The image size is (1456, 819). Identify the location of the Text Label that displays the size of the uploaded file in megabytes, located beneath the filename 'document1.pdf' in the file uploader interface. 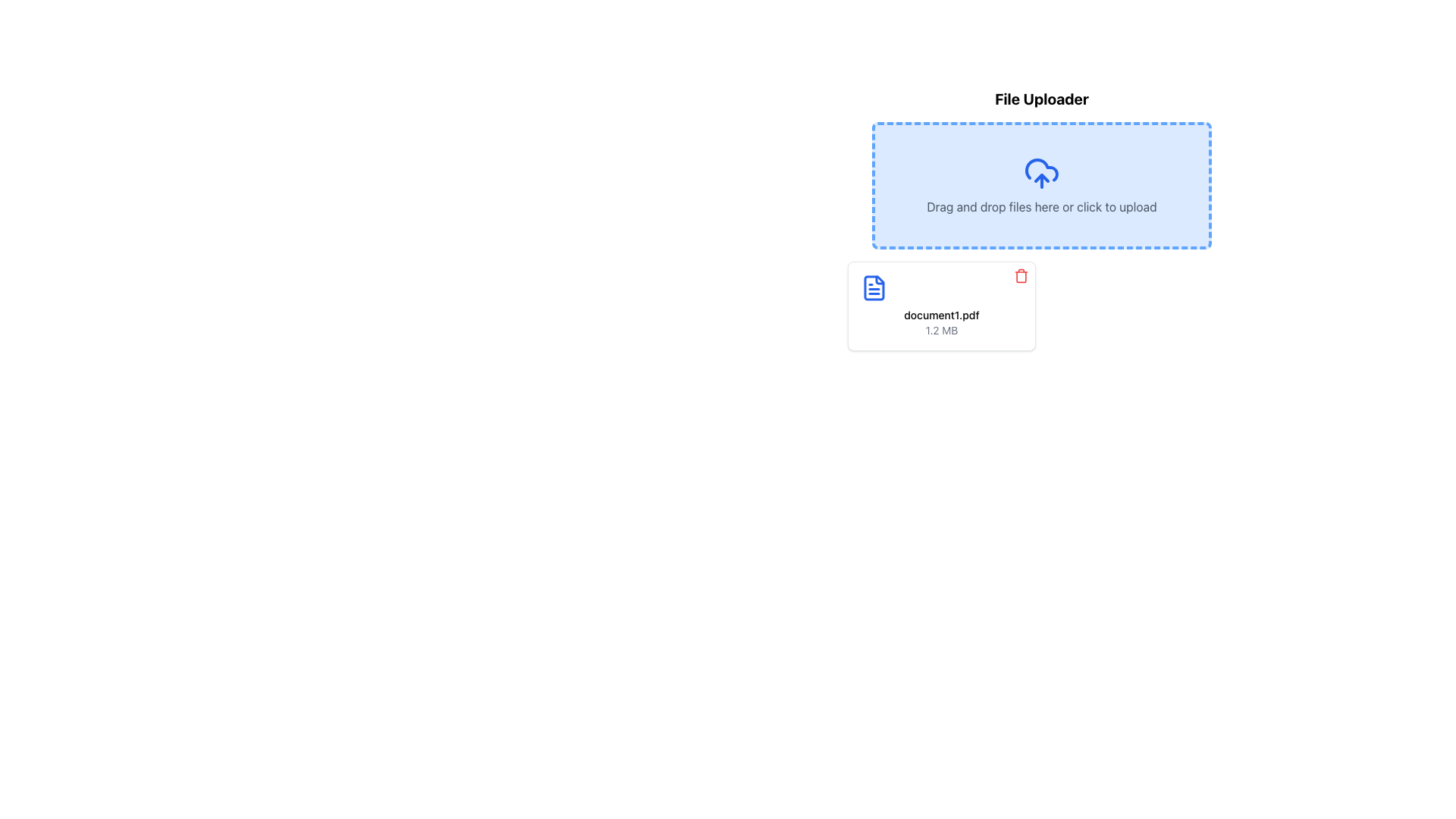
(941, 329).